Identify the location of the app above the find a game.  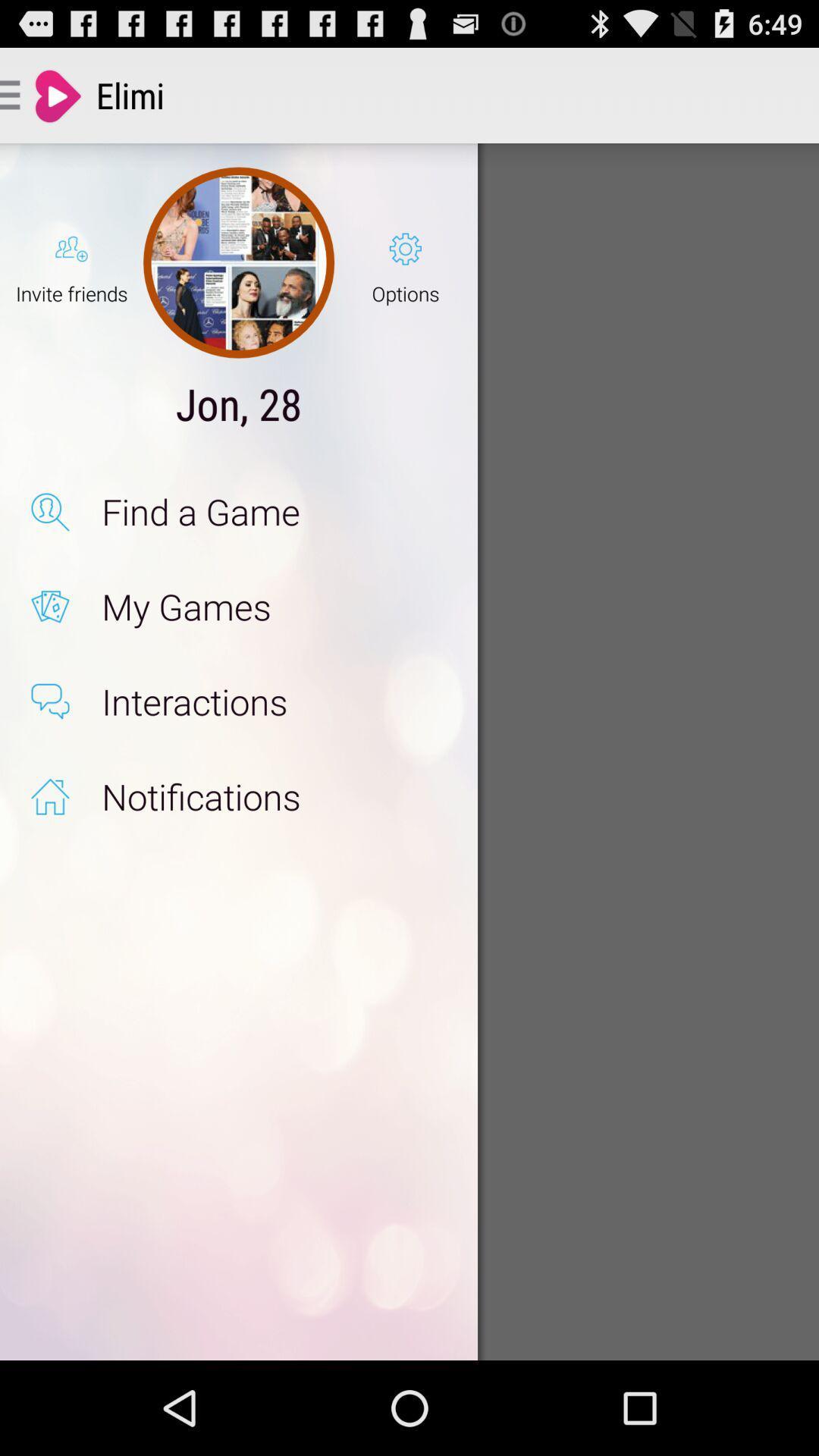
(405, 262).